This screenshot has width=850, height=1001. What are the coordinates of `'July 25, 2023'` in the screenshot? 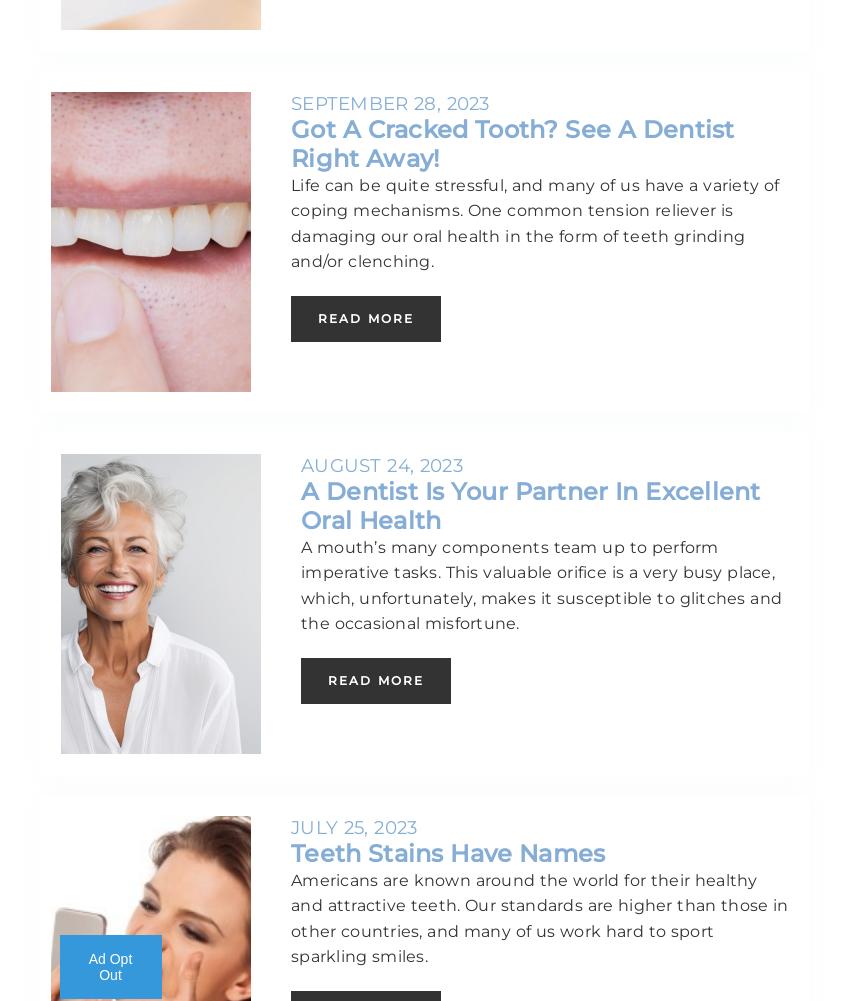 It's located at (353, 825).